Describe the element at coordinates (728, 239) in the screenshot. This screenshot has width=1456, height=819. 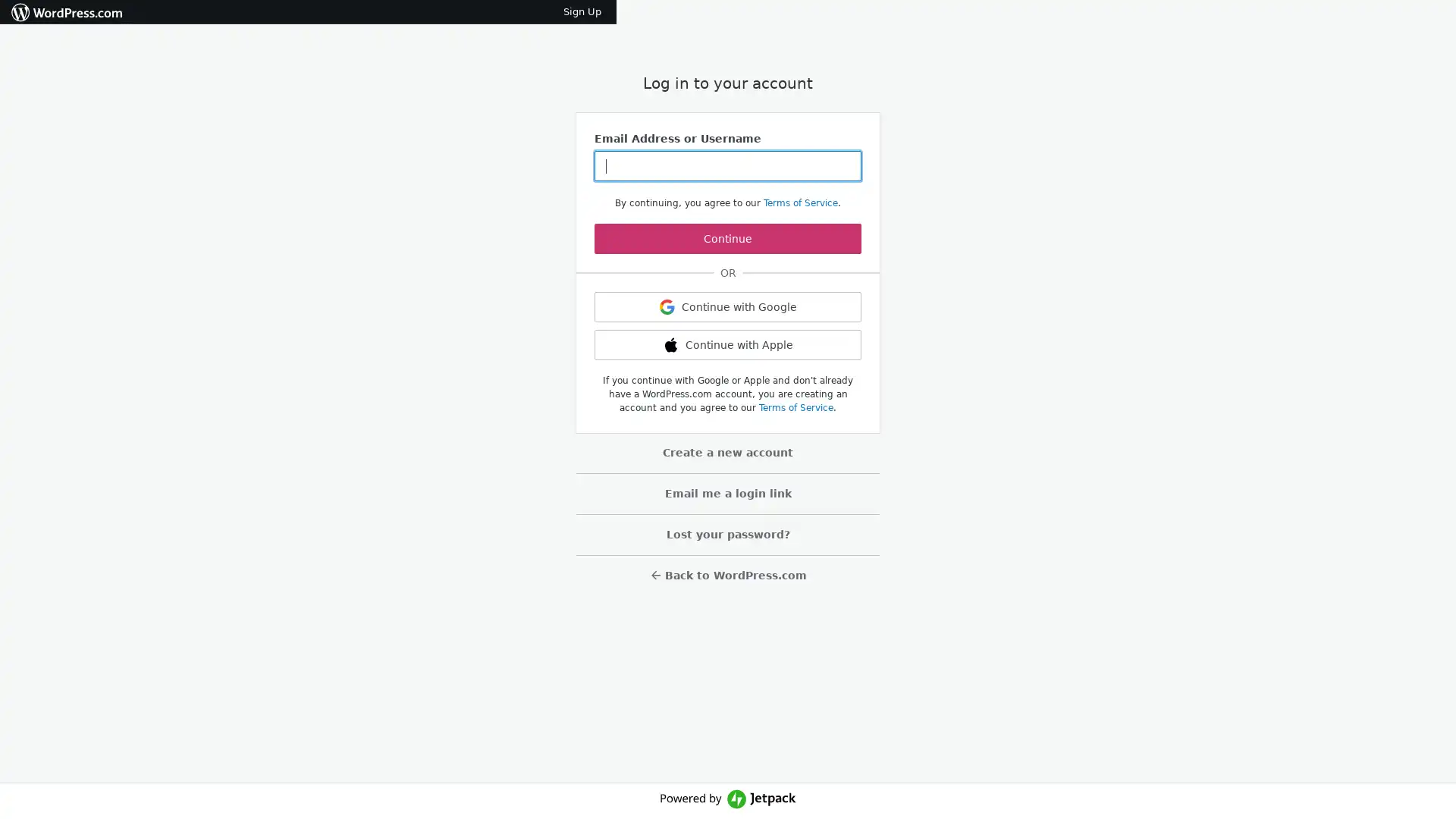
I see `Continue` at that location.